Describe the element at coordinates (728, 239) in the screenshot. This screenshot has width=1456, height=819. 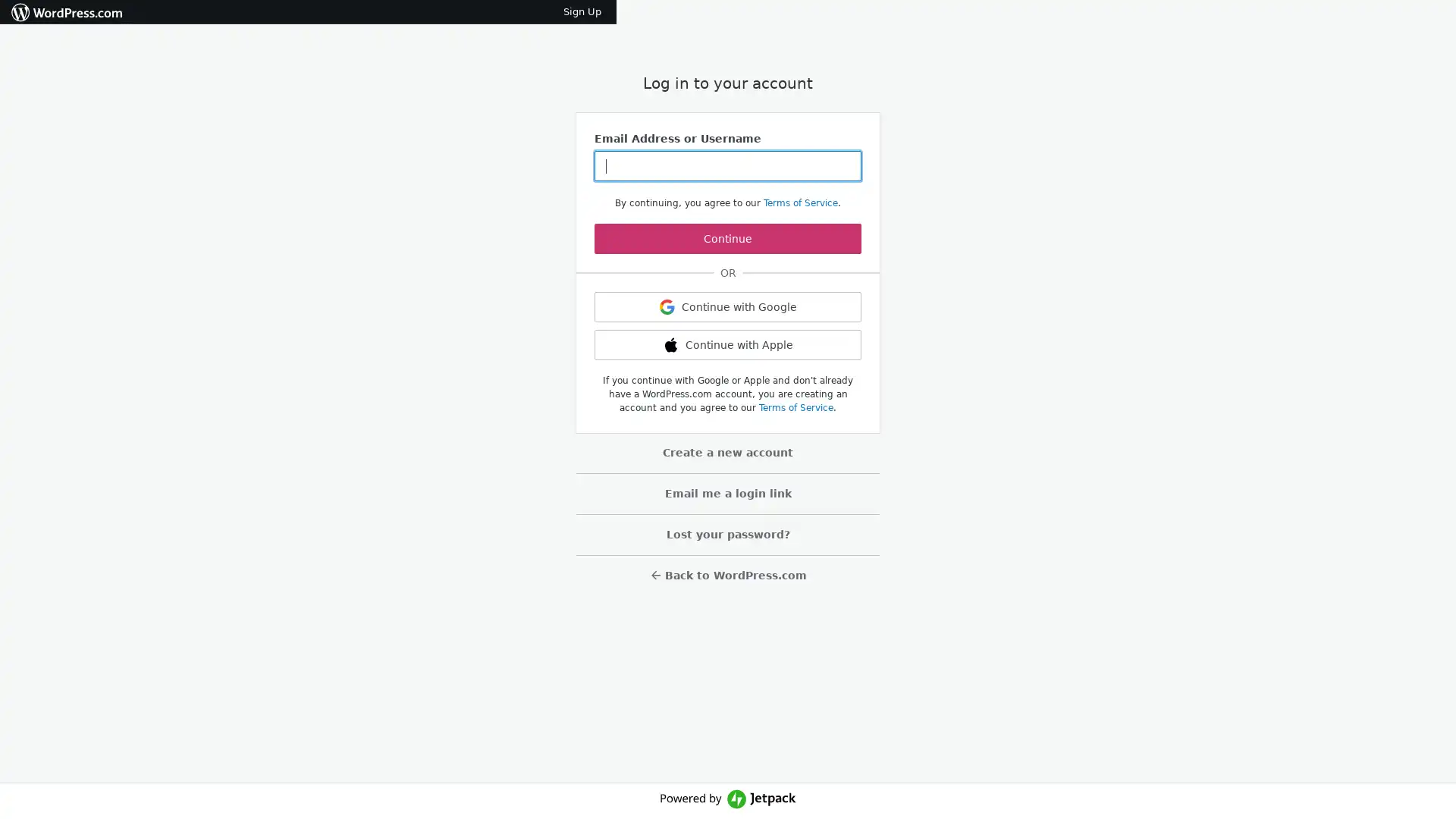
I see `Continue` at that location.